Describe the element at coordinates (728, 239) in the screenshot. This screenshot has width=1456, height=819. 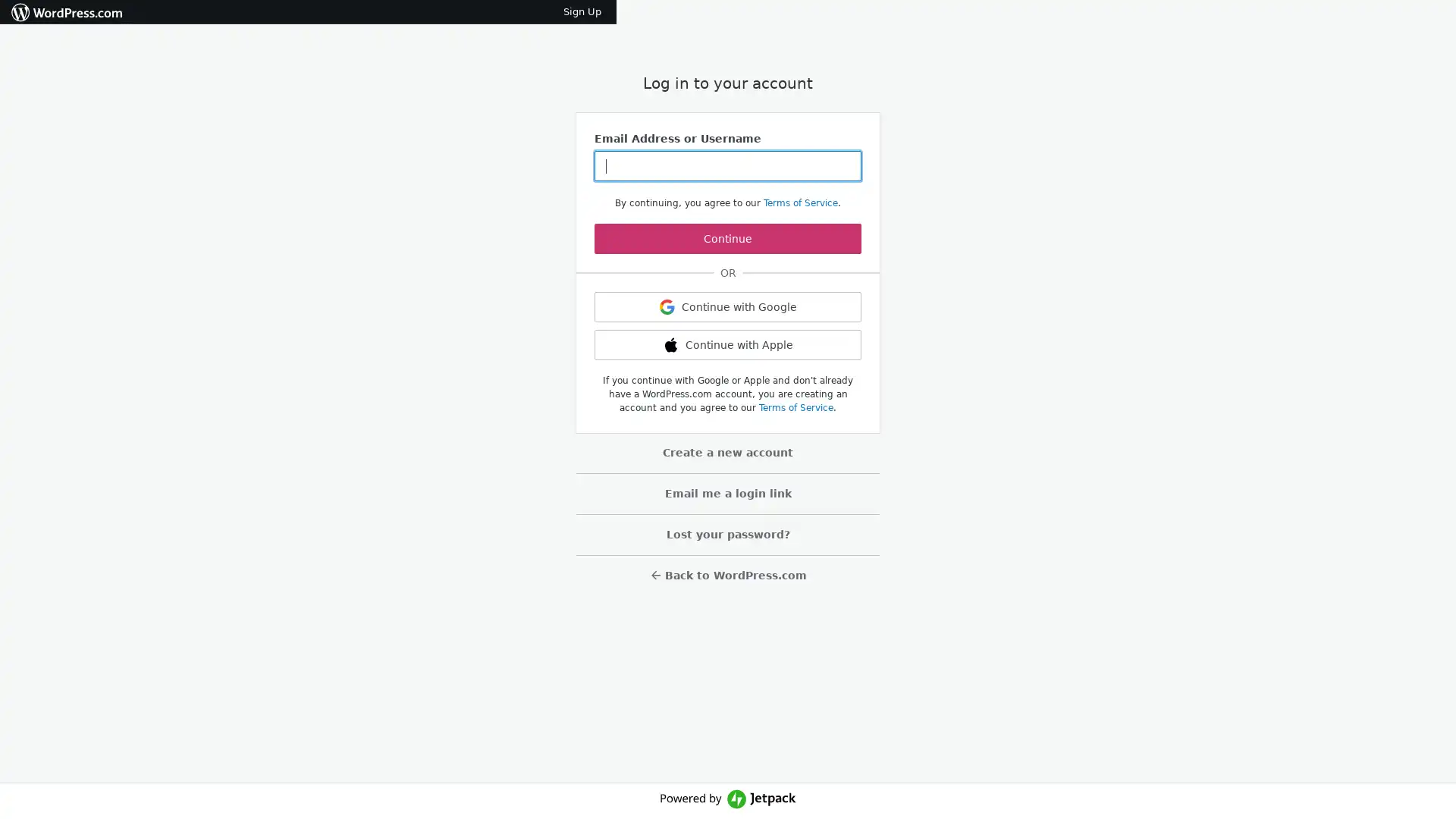
I see `Continue` at that location.